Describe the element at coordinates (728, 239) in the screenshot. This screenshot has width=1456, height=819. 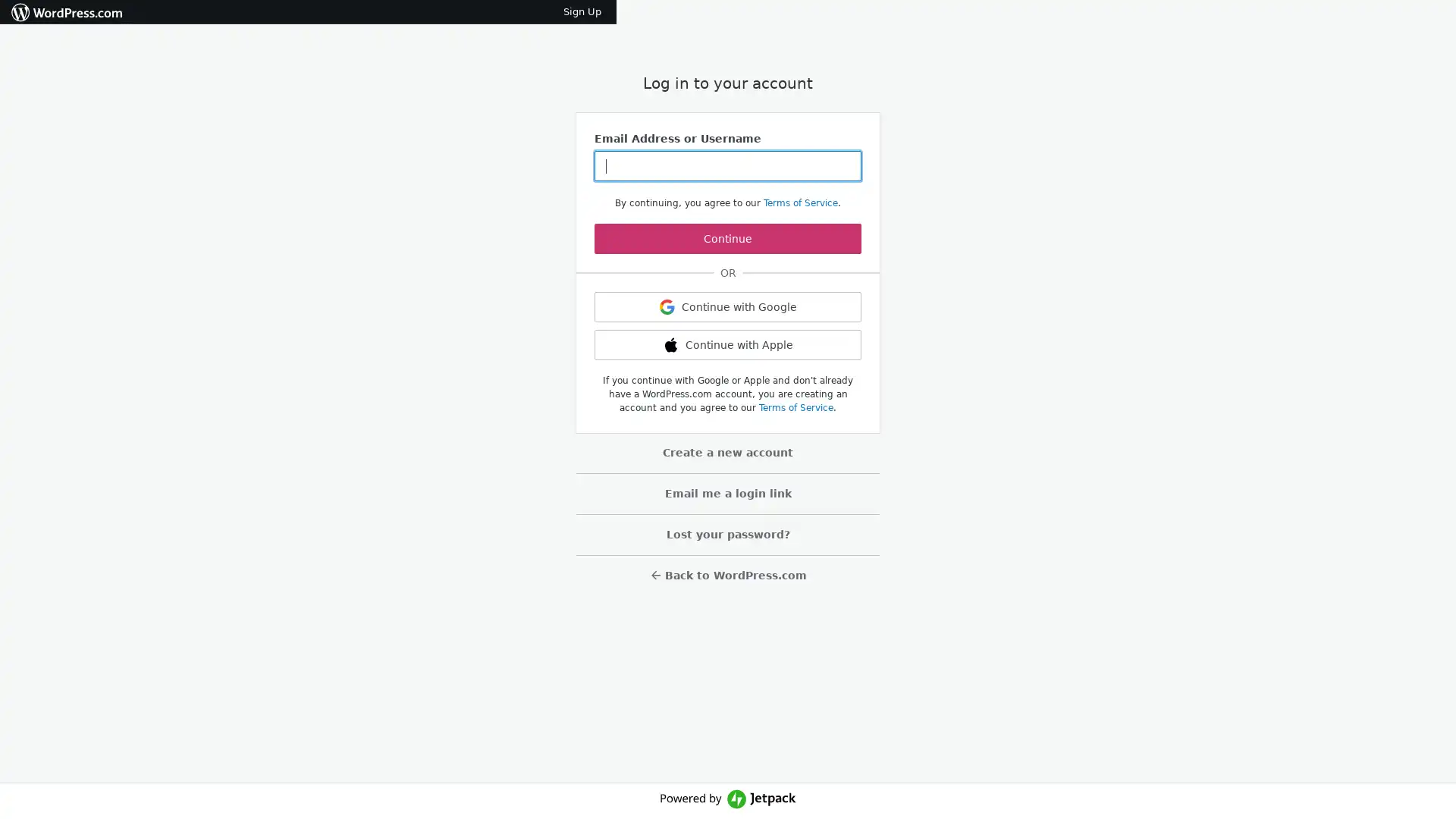
I see `Continue` at that location.